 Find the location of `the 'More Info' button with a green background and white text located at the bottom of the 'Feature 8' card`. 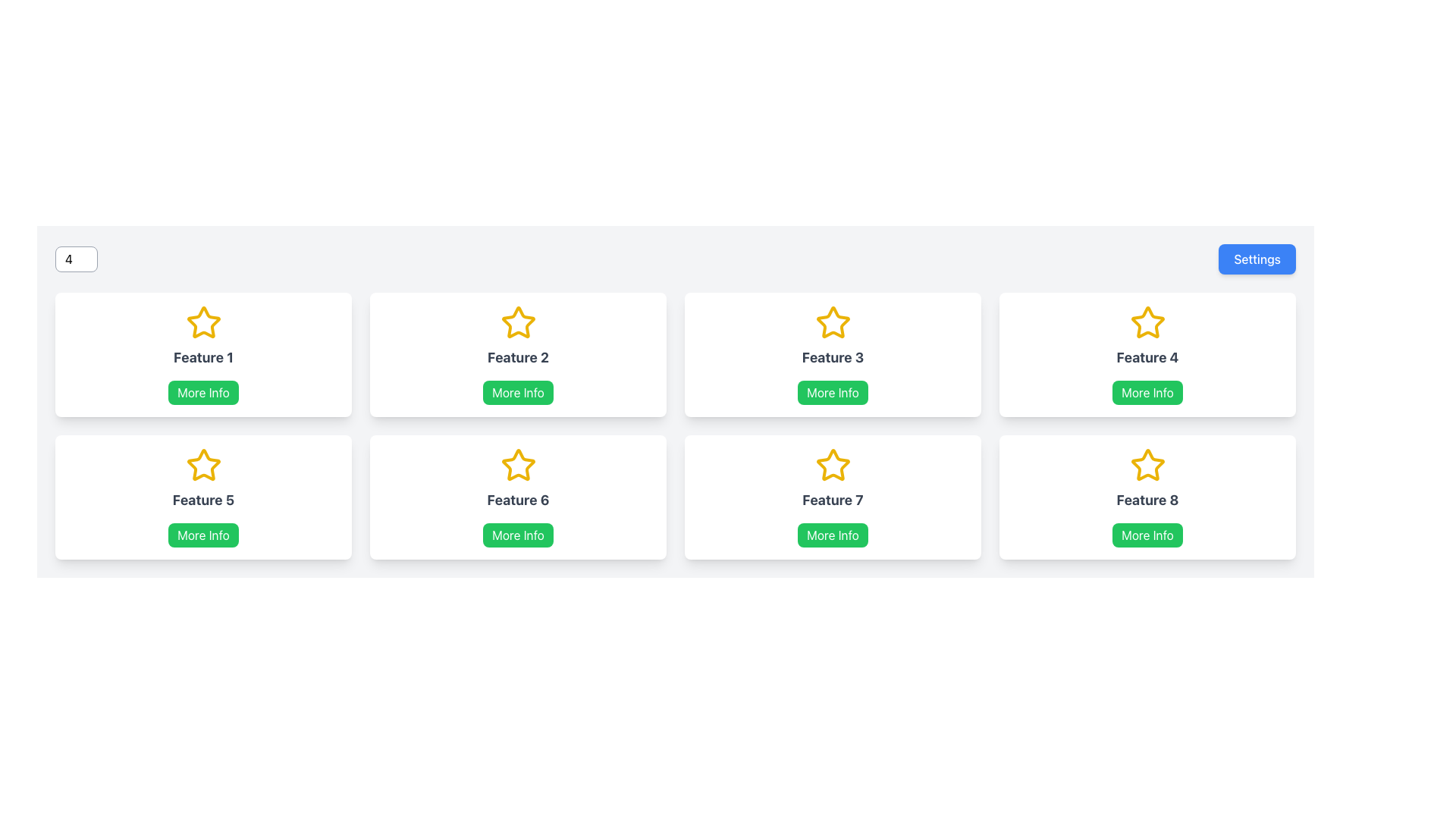

the 'More Info' button with a green background and white text located at the bottom of the 'Feature 8' card is located at coordinates (1147, 534).